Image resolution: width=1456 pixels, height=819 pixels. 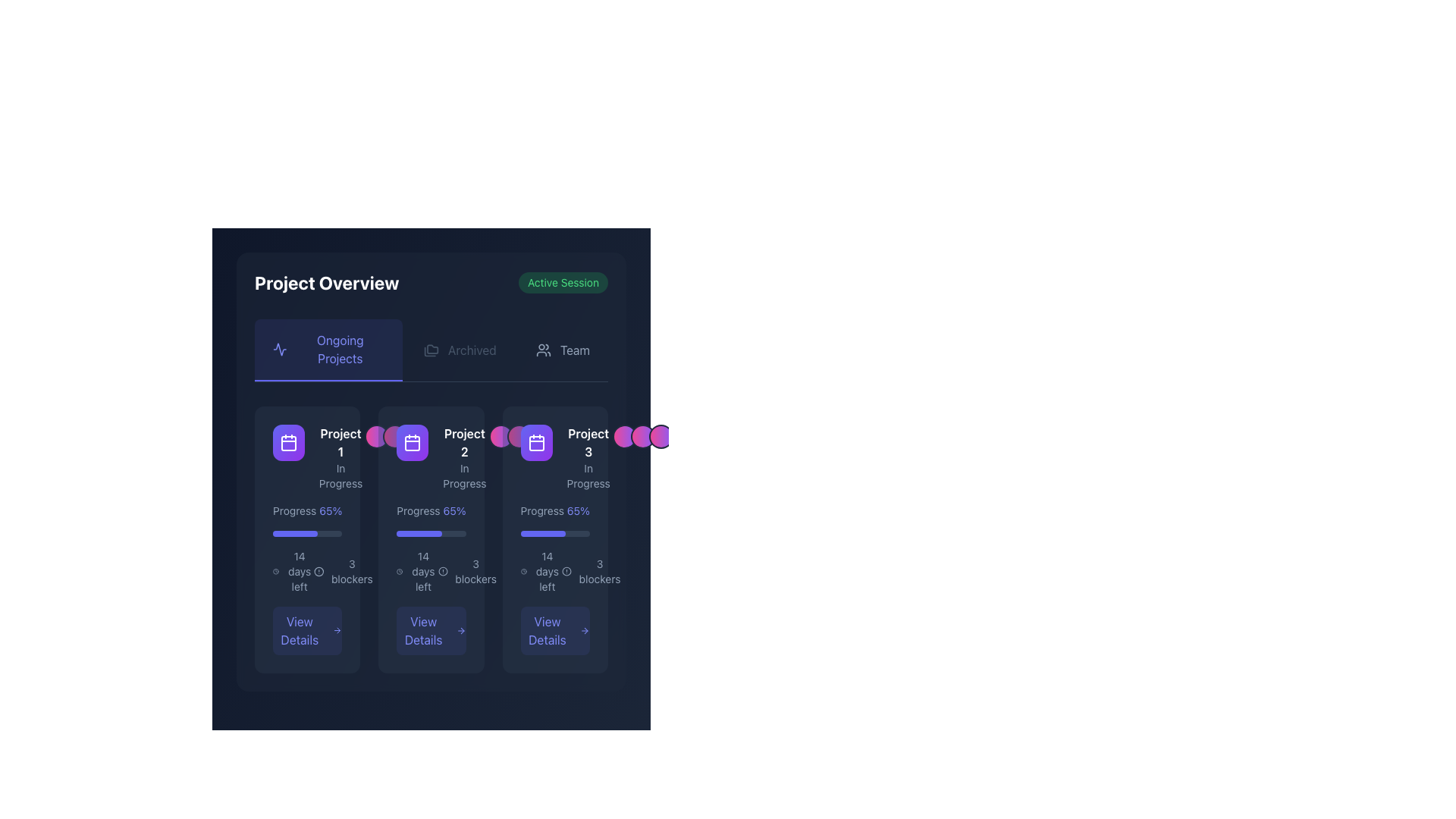 What do you see at coordinates (588, 475) in the screenshot?
I see `the text label displaying 'In Progress' located under the 'Project 3' heading within the card layout` at bounding box center [588, 475].